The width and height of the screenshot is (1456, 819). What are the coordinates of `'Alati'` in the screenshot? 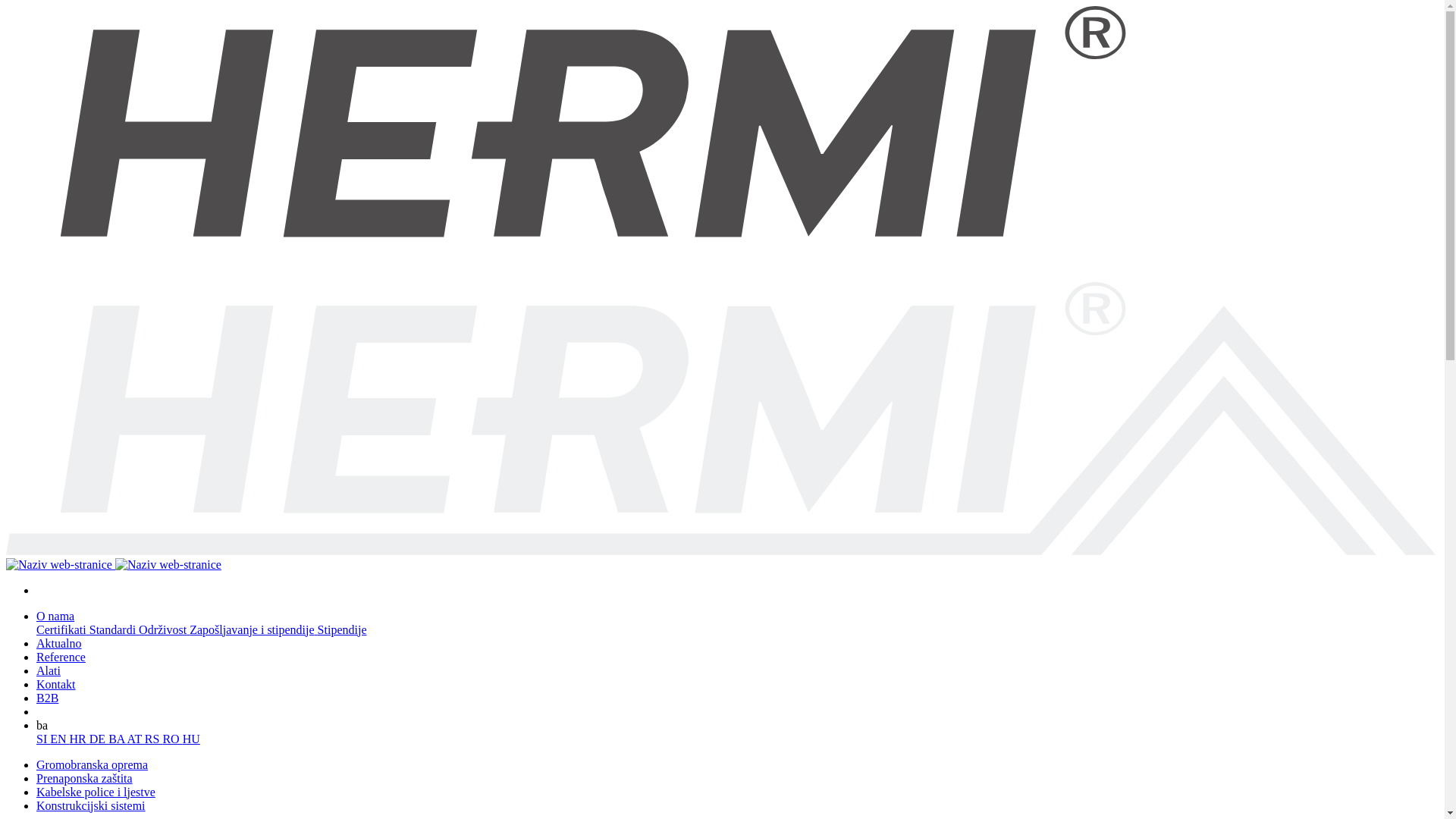 It's located at (36, 670).